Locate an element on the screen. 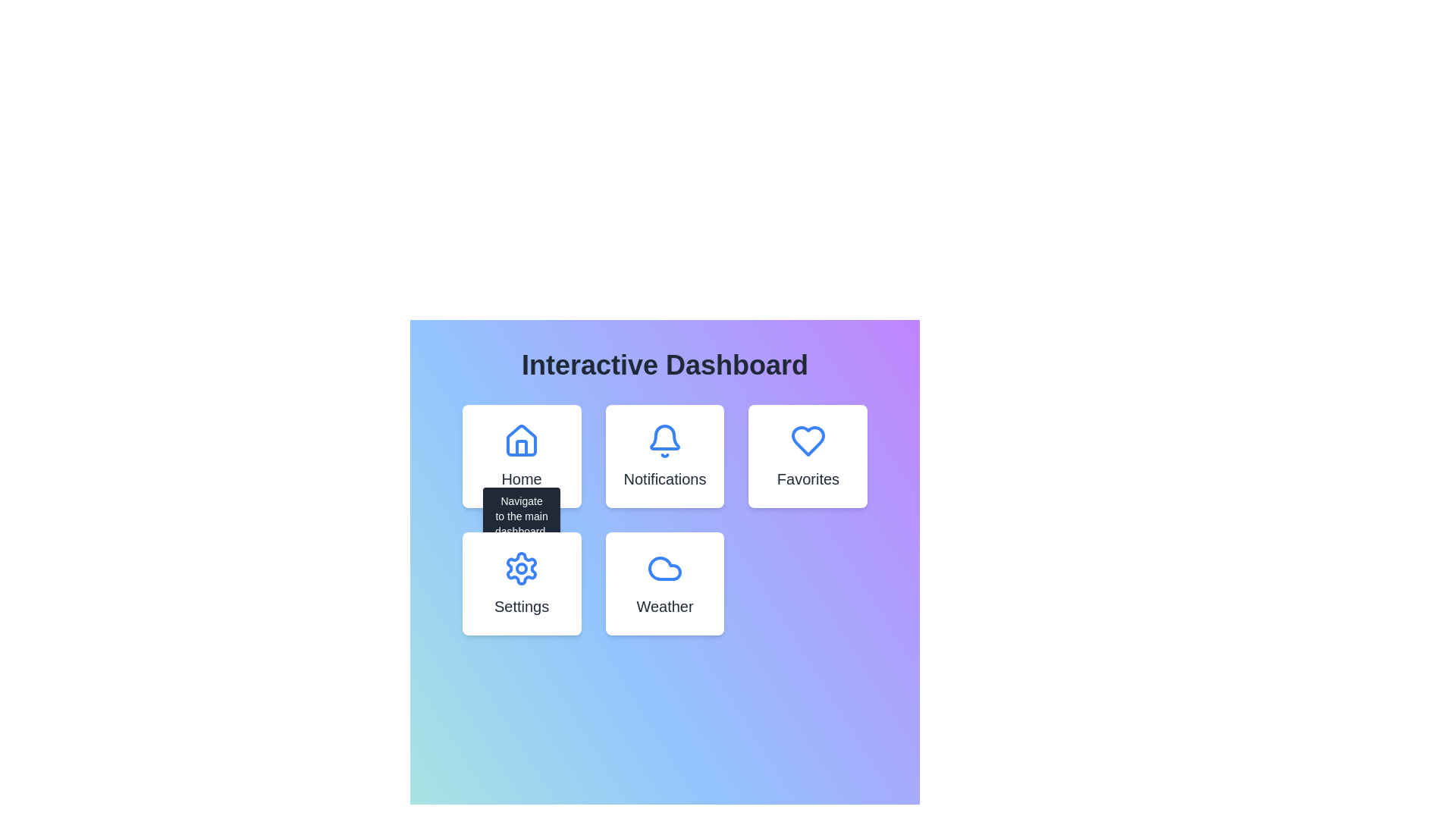 This screenshot has width=1456, height=819. the Interactive card featuring a blue bell icon and the text 'Notifications' which is the second card from the left in the first row of a grid layout is located at coordinates (665, 455).